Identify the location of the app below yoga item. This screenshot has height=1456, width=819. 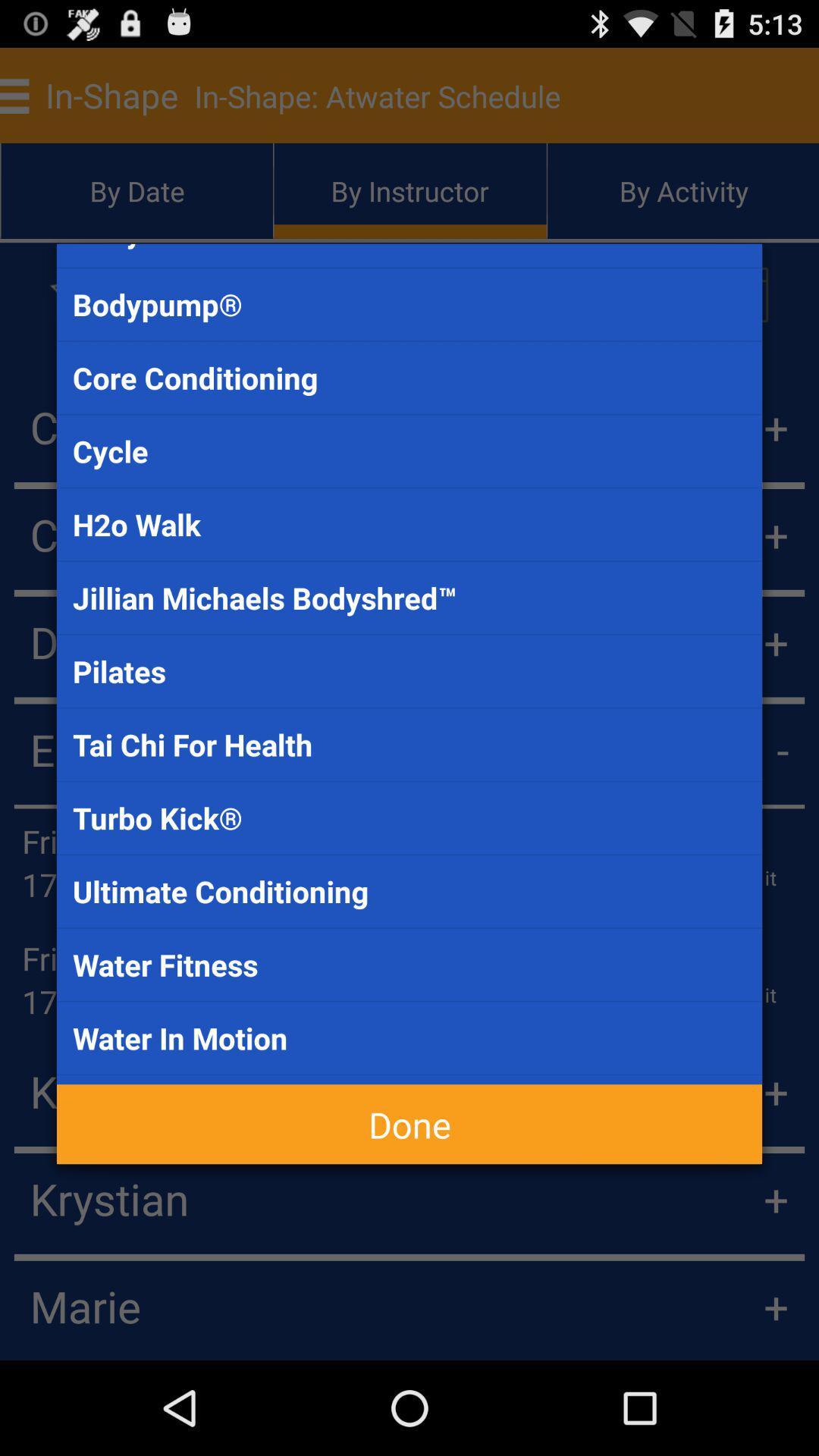
(409, 1124).